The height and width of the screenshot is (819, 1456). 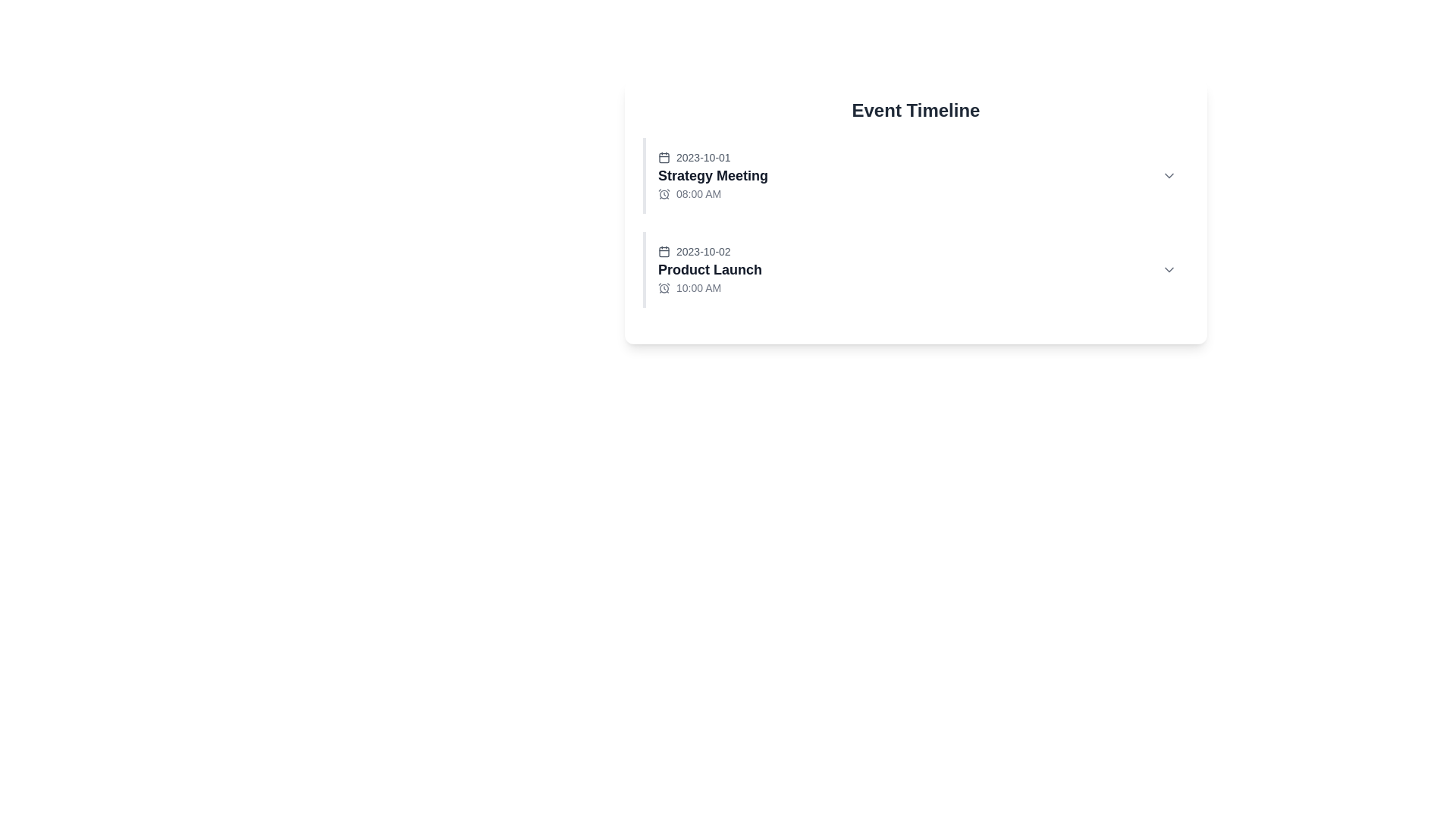 What do you see at coordinates (664, 158) in the screenshot?
I see `the small minimalist calendar icon that displays the date '2023-10-01' in the timeline view, which is left-aligned with the text in the same row` at bounding box center [664, 158].